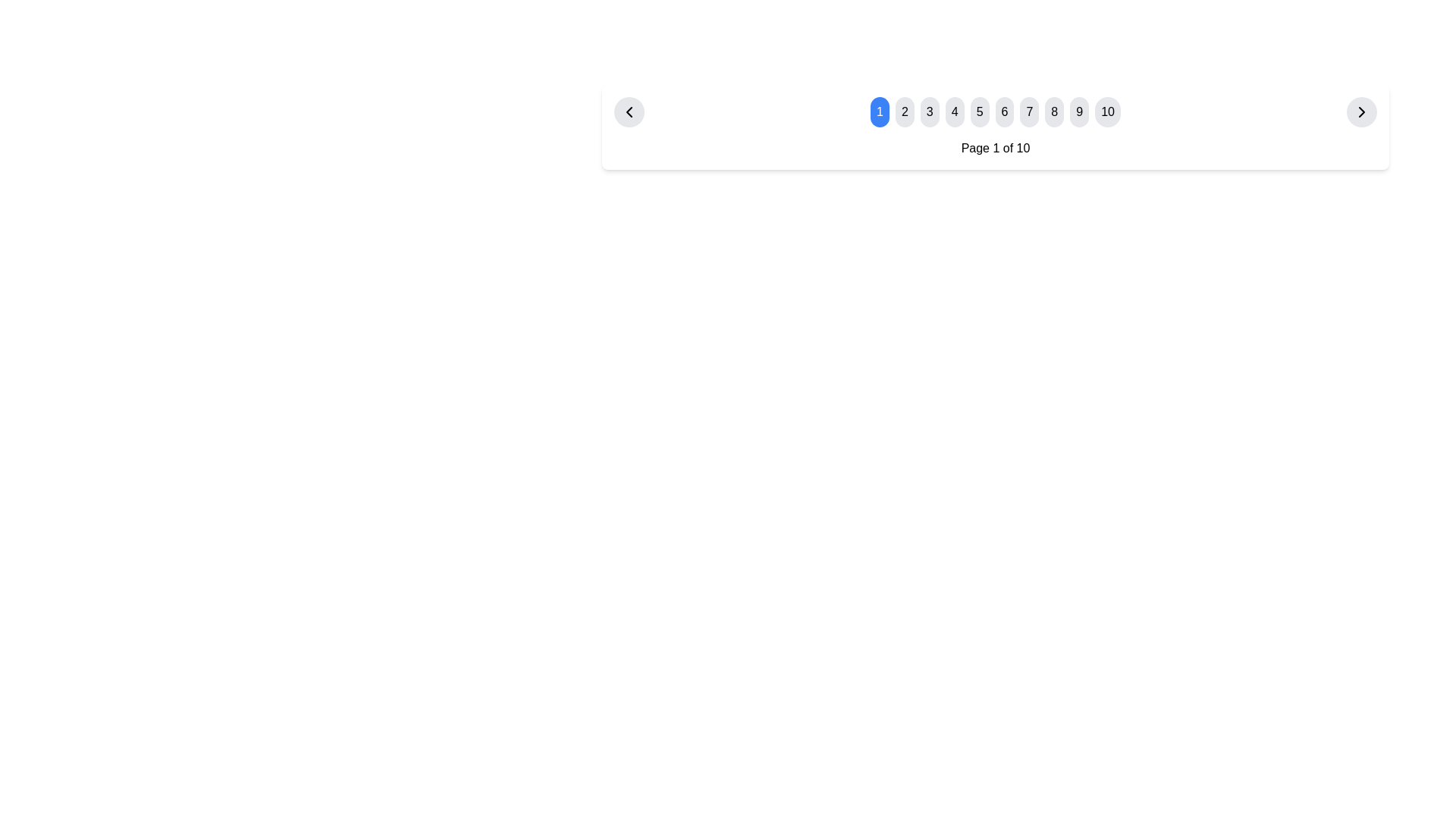 This screenshot has height=819, width=1456. What do you see at coordinates (1078, 111) in the screenshot?
I see `the ninth pagination button` at bounding box center [1078, 111].